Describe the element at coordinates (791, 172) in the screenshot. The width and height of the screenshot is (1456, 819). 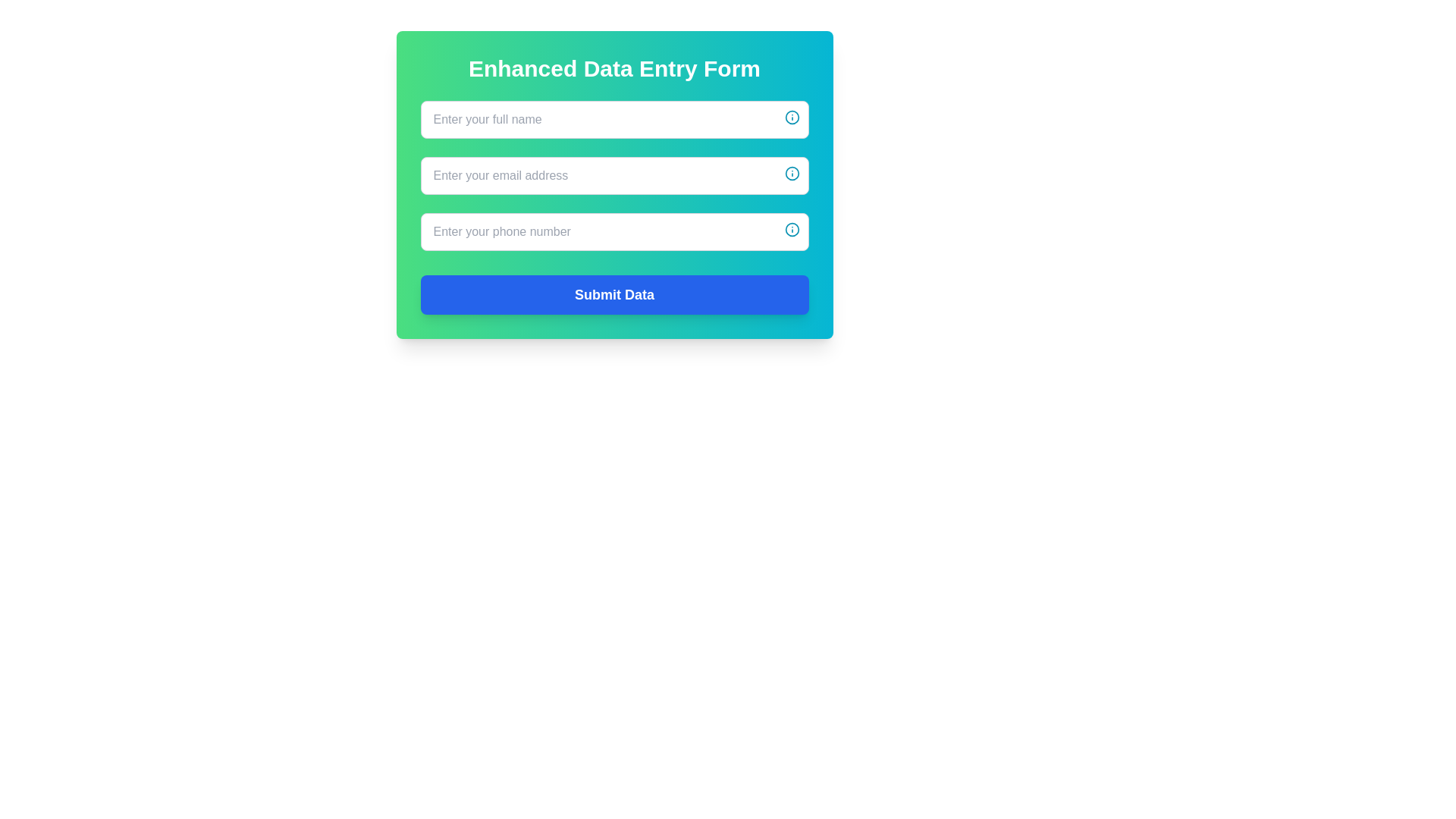
I see `the informational icon located at the far-right of the 'Enter your email address' input field to display further information or a tooltip` at that location.